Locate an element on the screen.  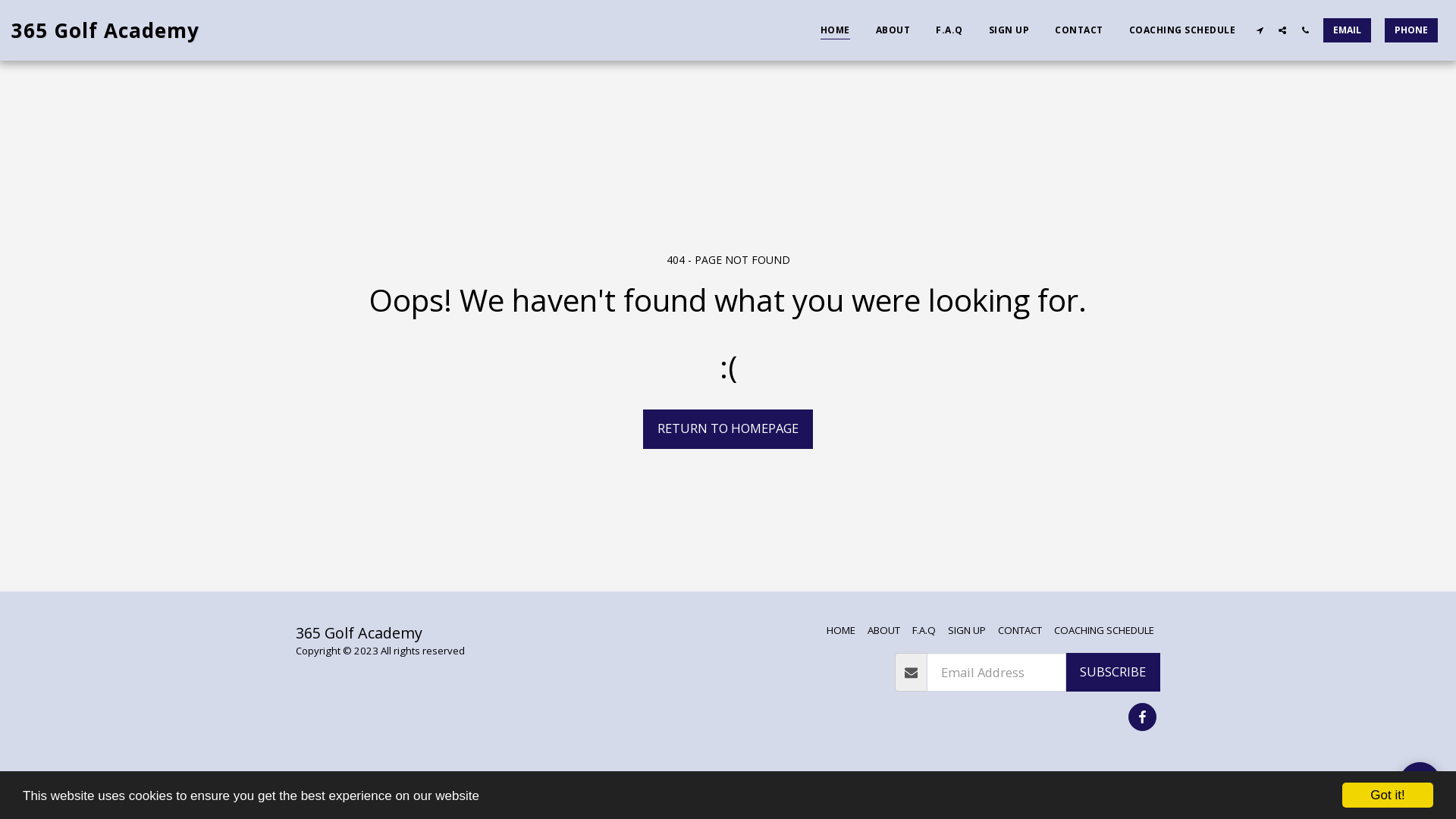
' ' is located at coordinates (1419, 783).